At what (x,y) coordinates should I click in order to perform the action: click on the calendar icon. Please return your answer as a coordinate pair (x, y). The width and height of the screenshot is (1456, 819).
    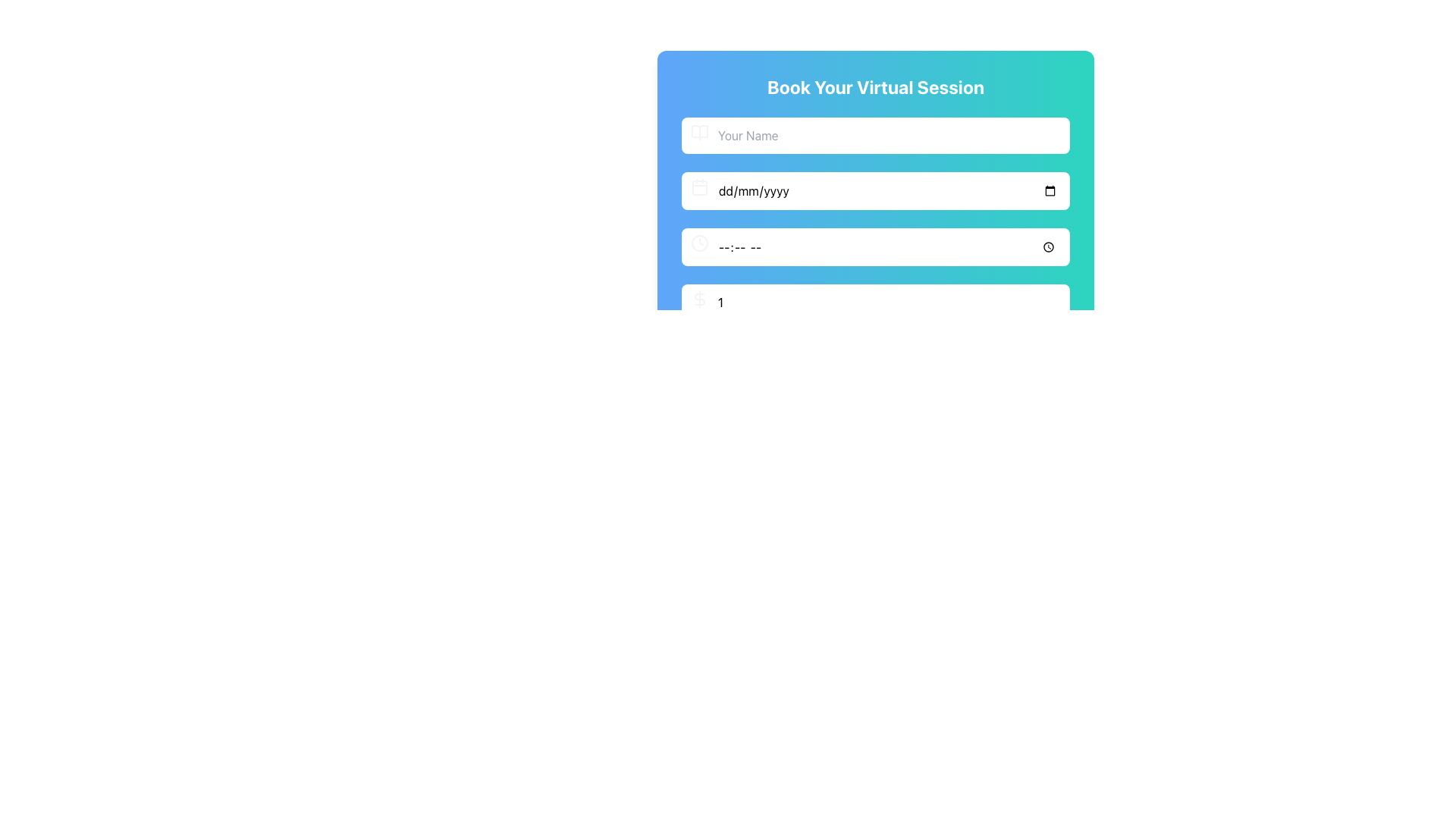
    Looking at the image, I should click on (698, 186).